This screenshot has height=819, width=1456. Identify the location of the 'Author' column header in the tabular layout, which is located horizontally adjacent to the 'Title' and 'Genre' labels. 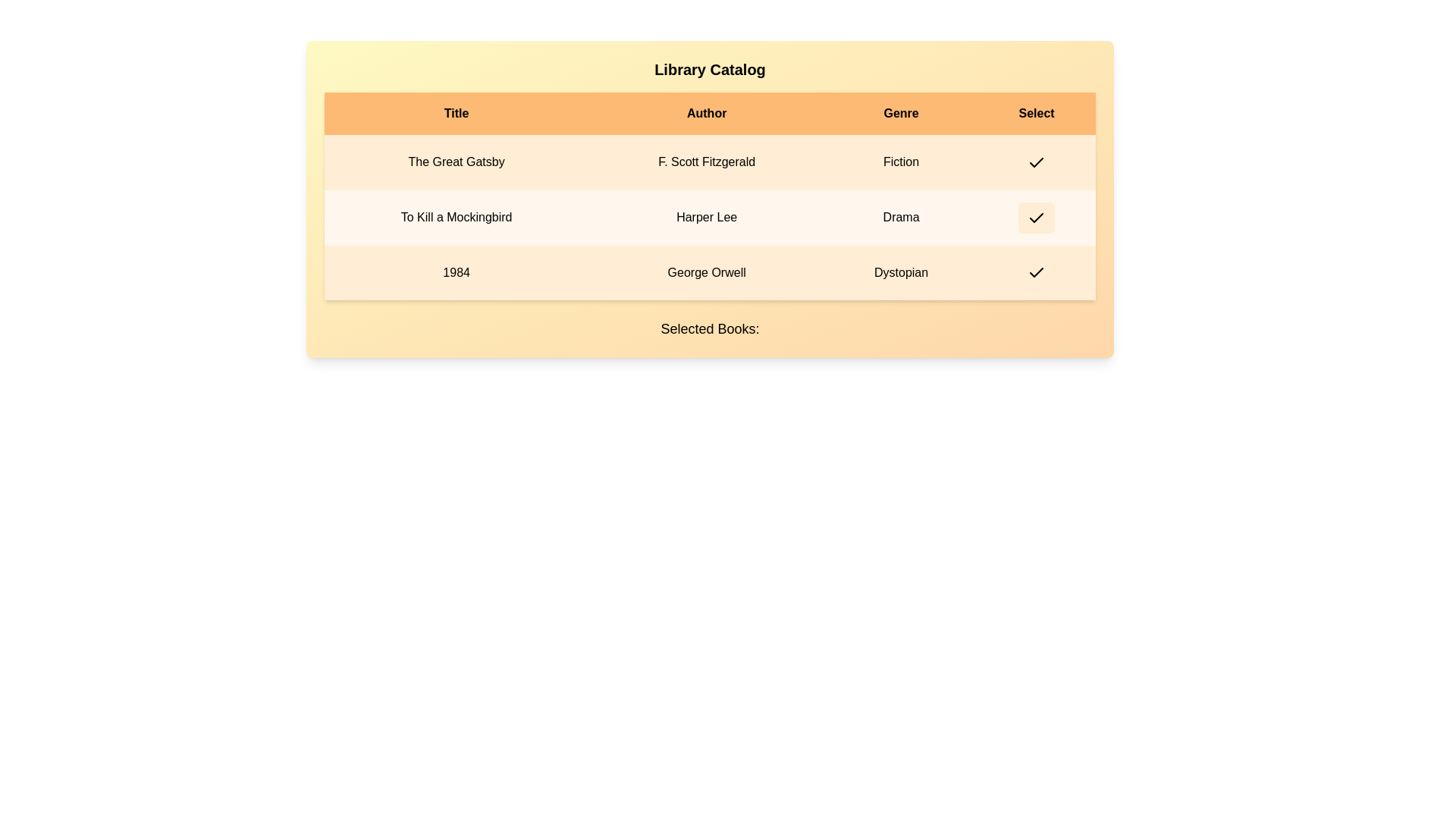
(706, 113).